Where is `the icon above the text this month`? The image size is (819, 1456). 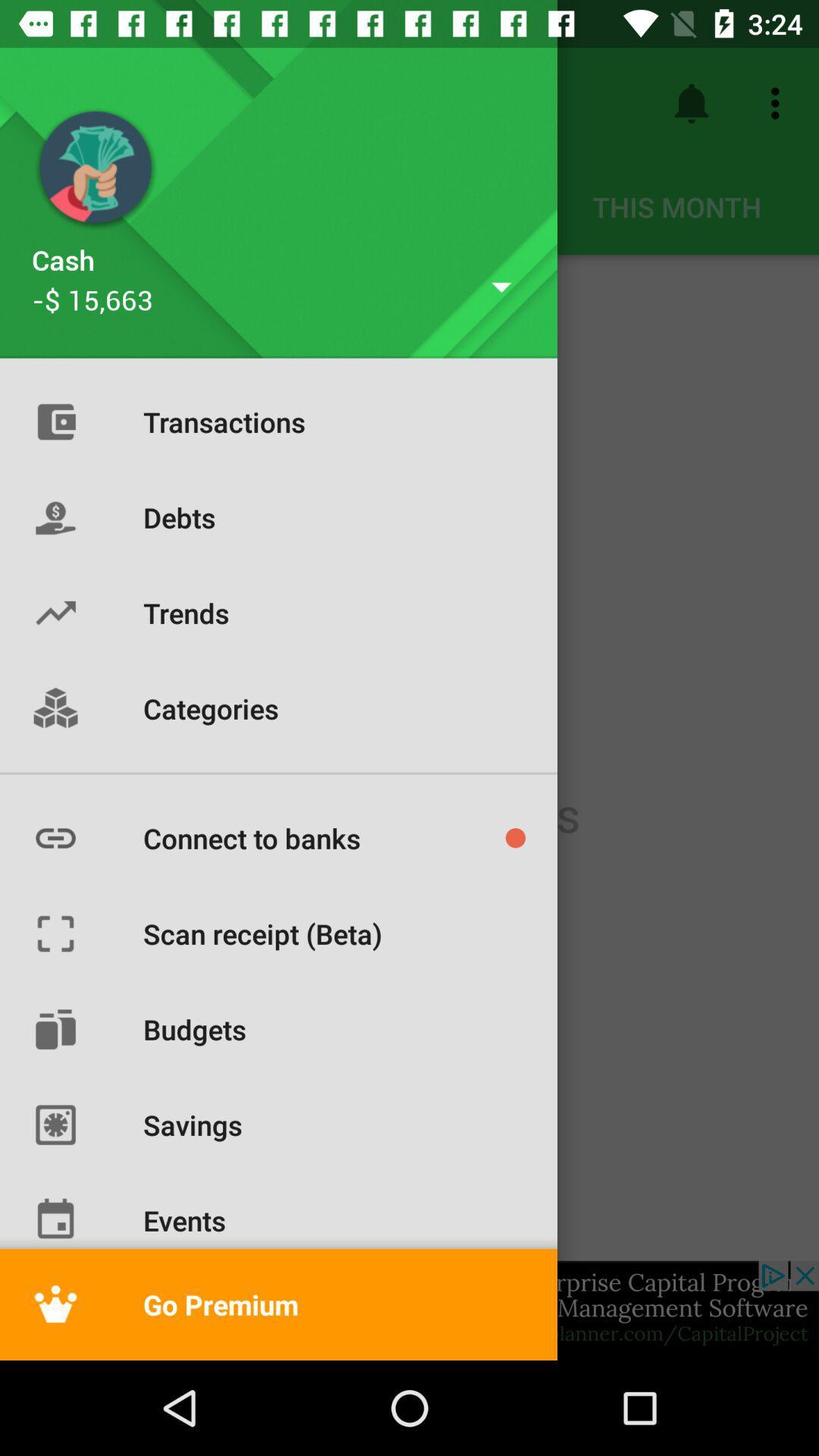 the icon above the text this month is located at coordinates (692, 102).